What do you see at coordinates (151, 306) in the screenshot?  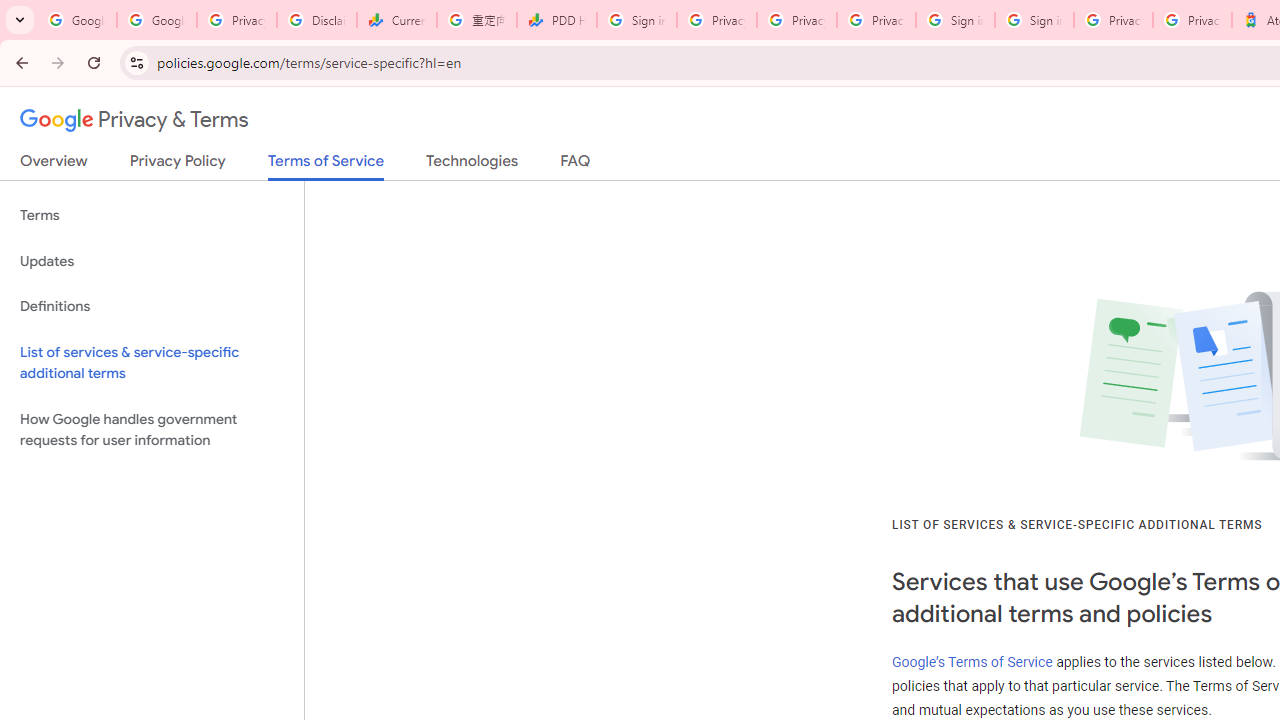 I see `'Definitions'` at bounding box center [151, 306].